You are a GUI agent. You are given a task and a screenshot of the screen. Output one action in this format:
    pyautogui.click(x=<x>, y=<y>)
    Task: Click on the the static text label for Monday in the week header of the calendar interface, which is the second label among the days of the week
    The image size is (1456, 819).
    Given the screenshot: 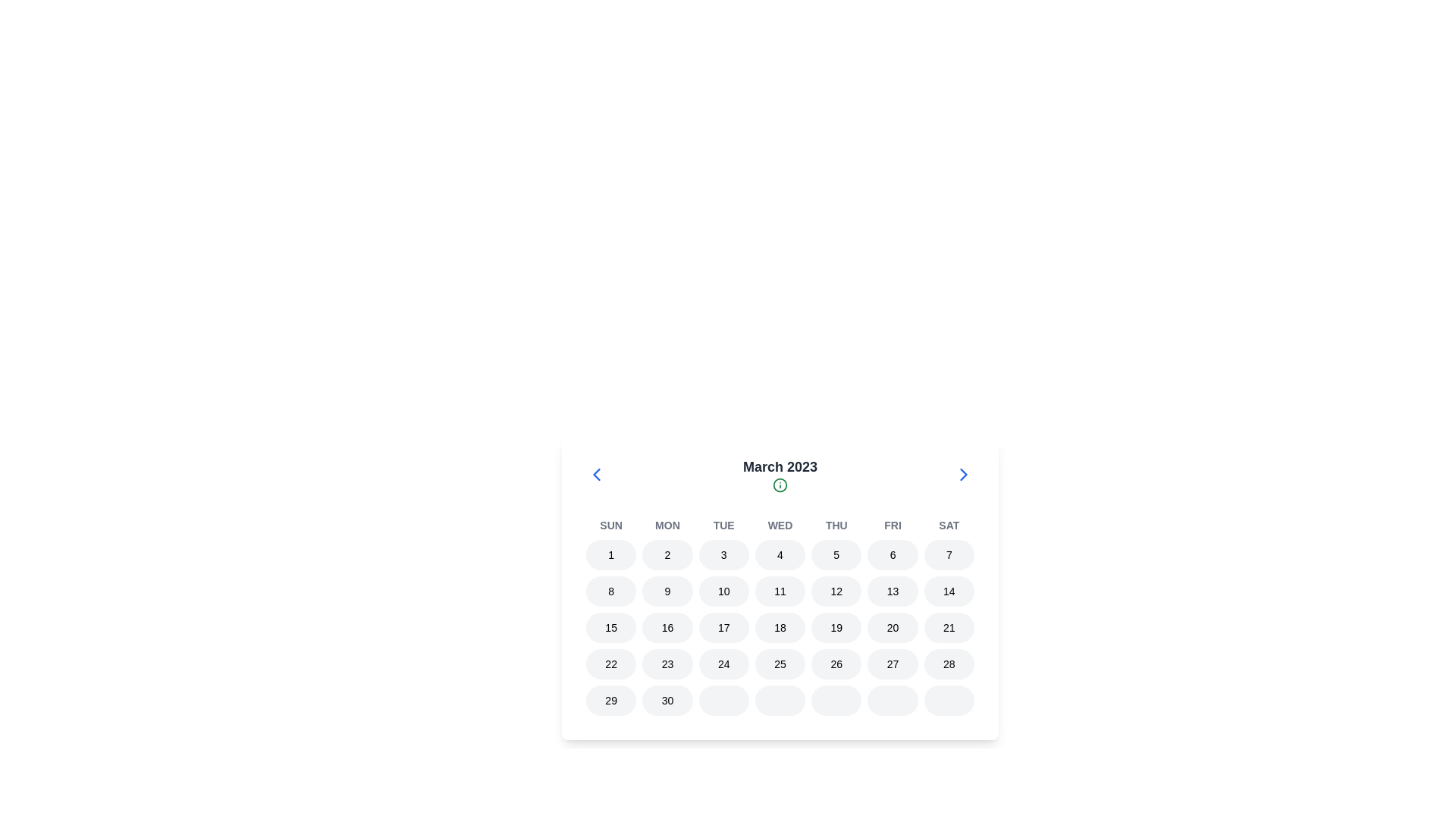 What is the action you would take?
    pyautogui.click(x=667, y=525)
    